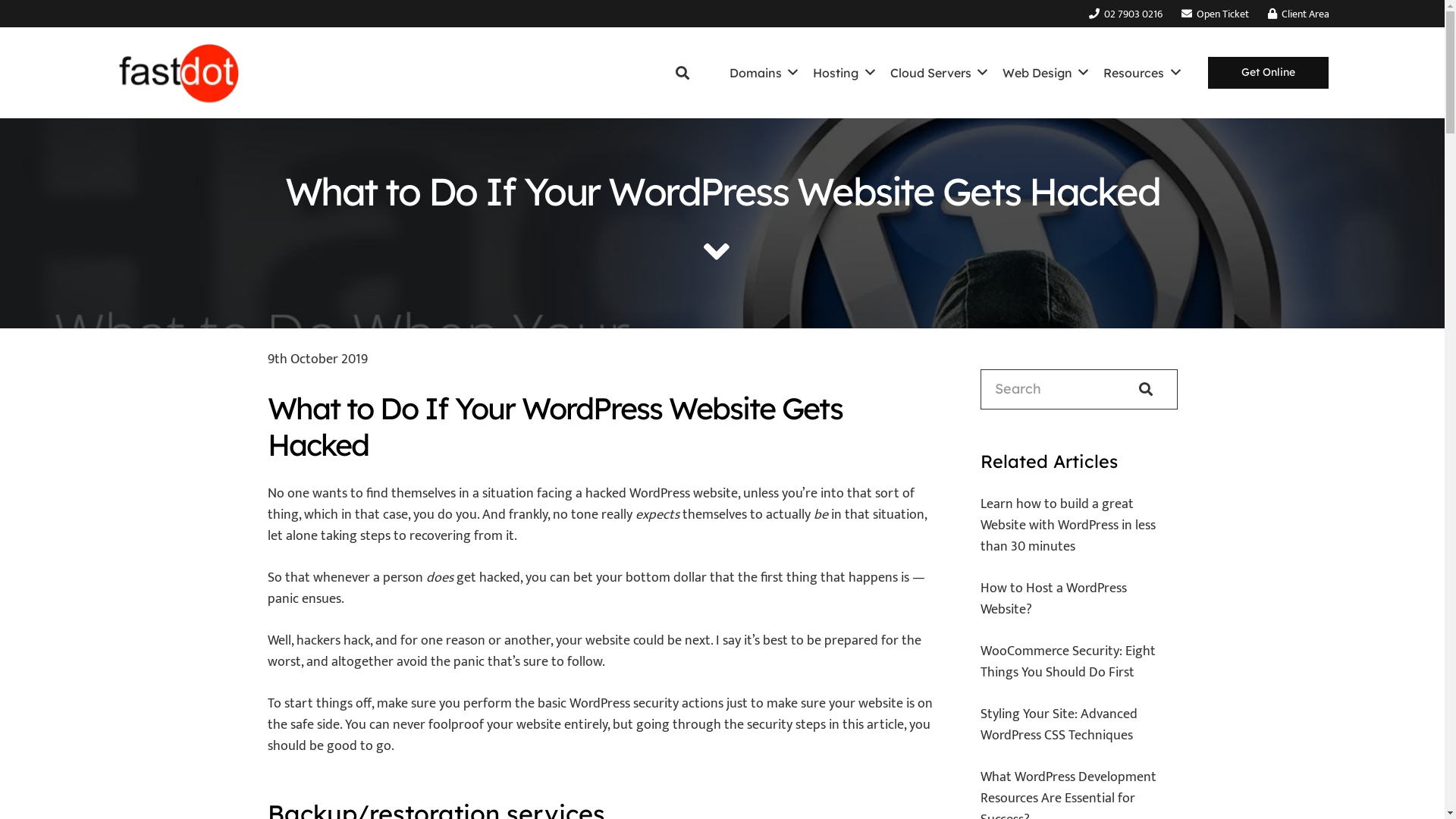 The height and width of the screenshot is (819, 1456). I want to click on '02 7903 0216', so click(1125, 13).